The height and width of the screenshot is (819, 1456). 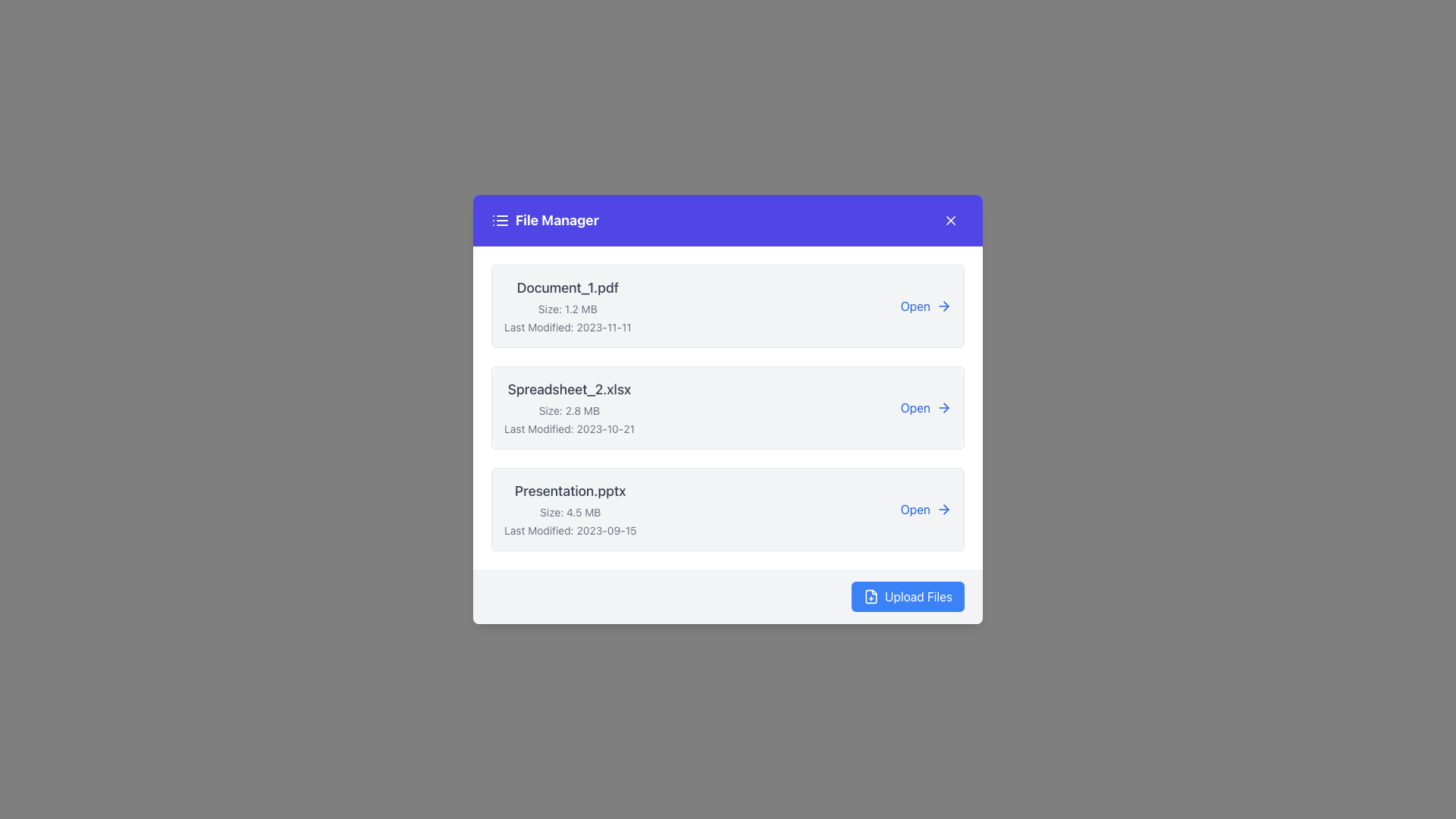 What do you see at coordinates (871, 595) in the screenshot?
I see `the 'Upload Files' button, which has a blue background and is located in the bottom right of the modal dialog` at bounding box center [871, 595].